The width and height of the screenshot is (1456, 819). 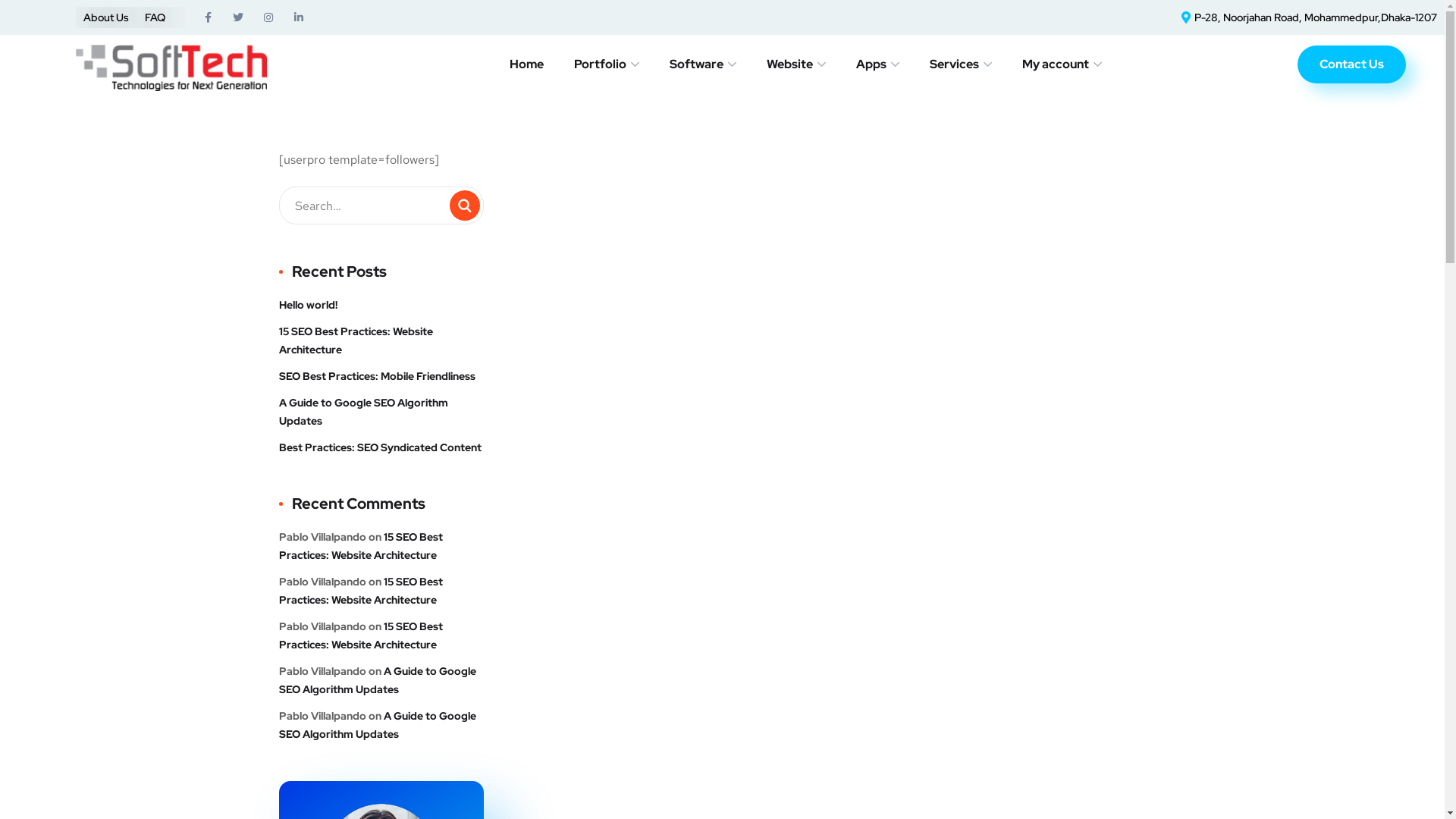 I want to click on 'My account', so click(x=1061, y=63).